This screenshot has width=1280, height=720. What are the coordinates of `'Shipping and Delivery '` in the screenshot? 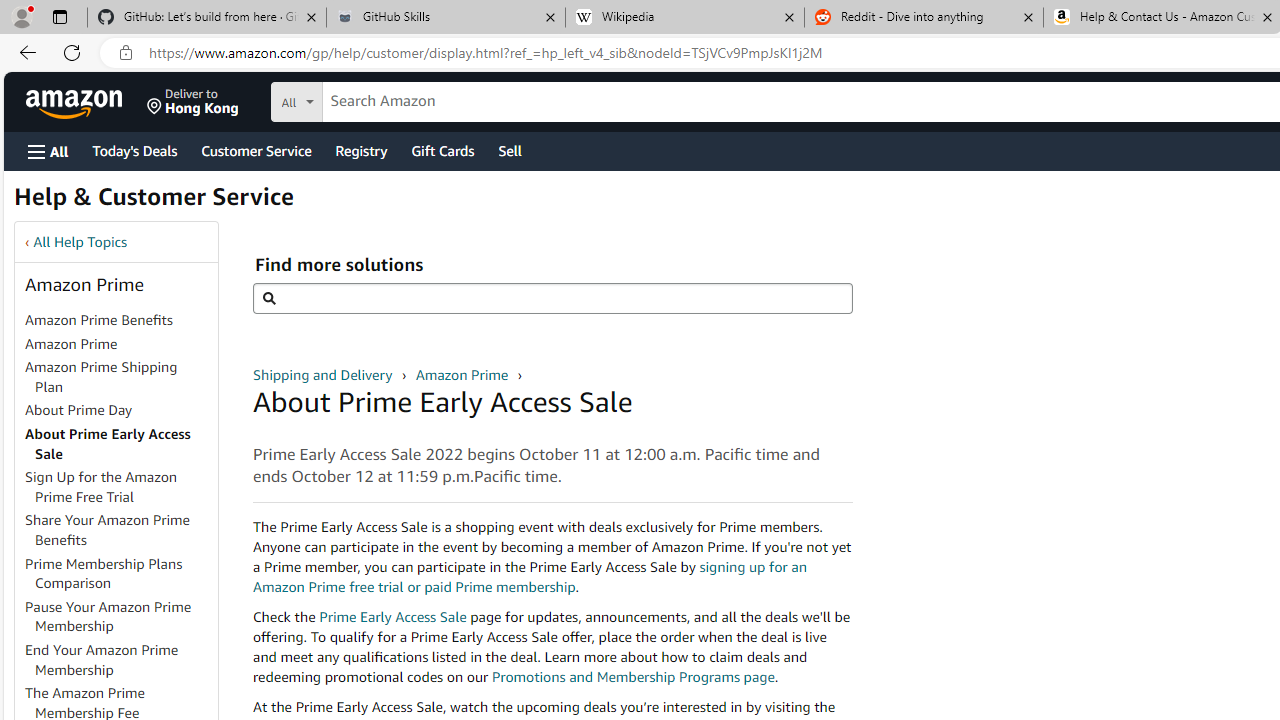 It's located at (325, 374).